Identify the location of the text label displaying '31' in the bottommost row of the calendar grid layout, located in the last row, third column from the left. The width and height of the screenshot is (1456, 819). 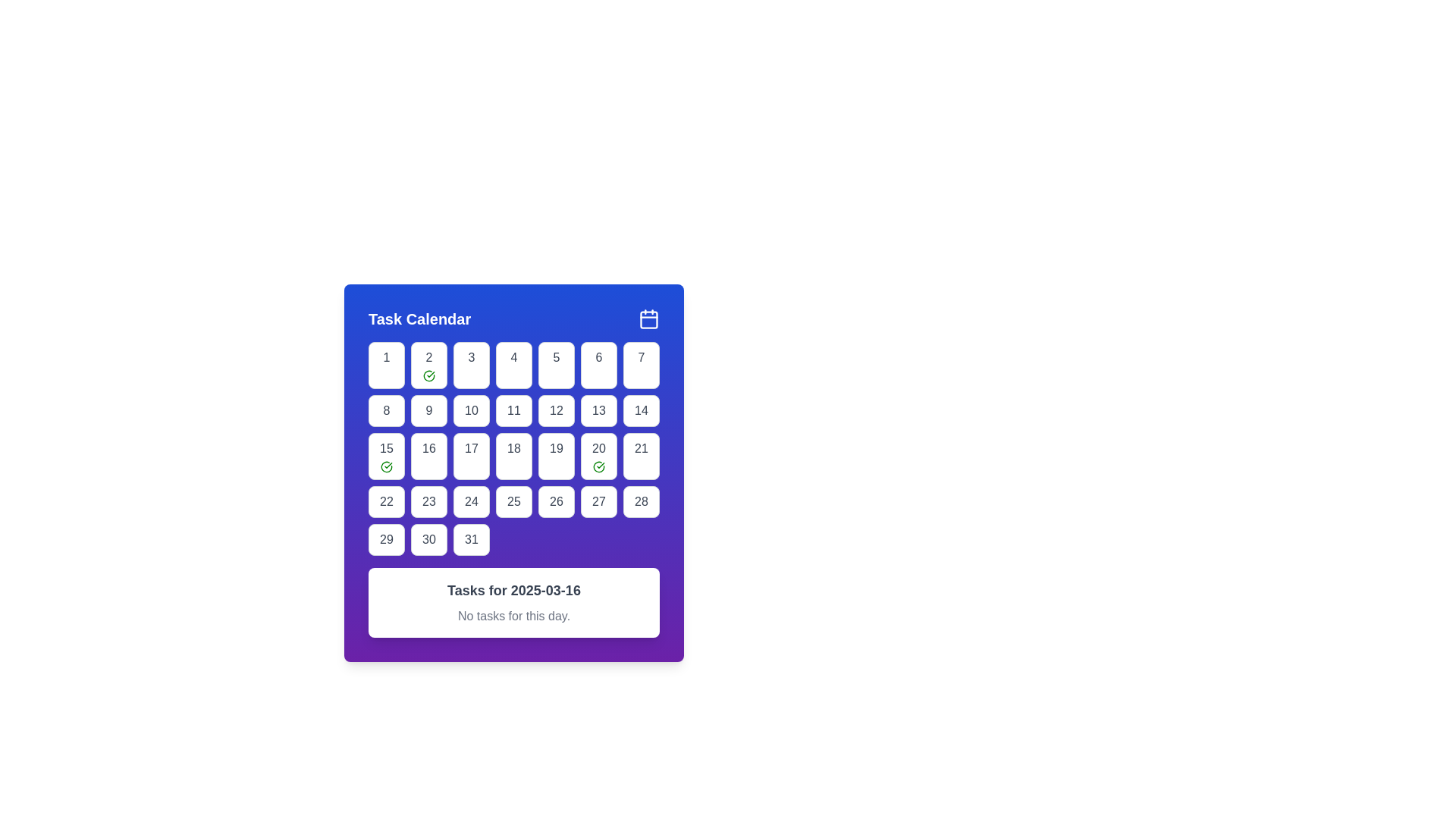
(471, 539).